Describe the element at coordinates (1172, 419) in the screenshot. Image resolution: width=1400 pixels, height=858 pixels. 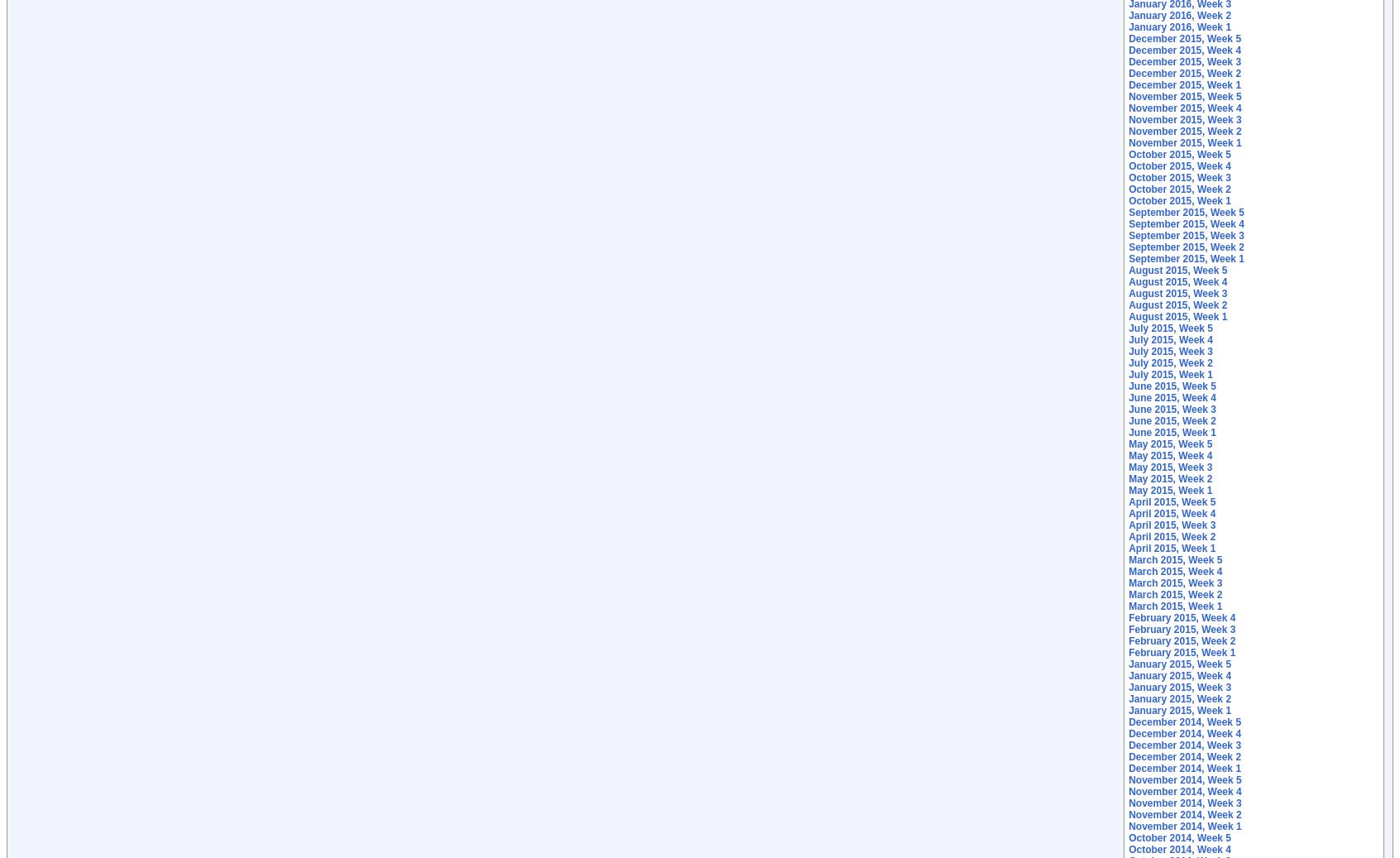
I see `'June 2015, Week 2'` at that location.